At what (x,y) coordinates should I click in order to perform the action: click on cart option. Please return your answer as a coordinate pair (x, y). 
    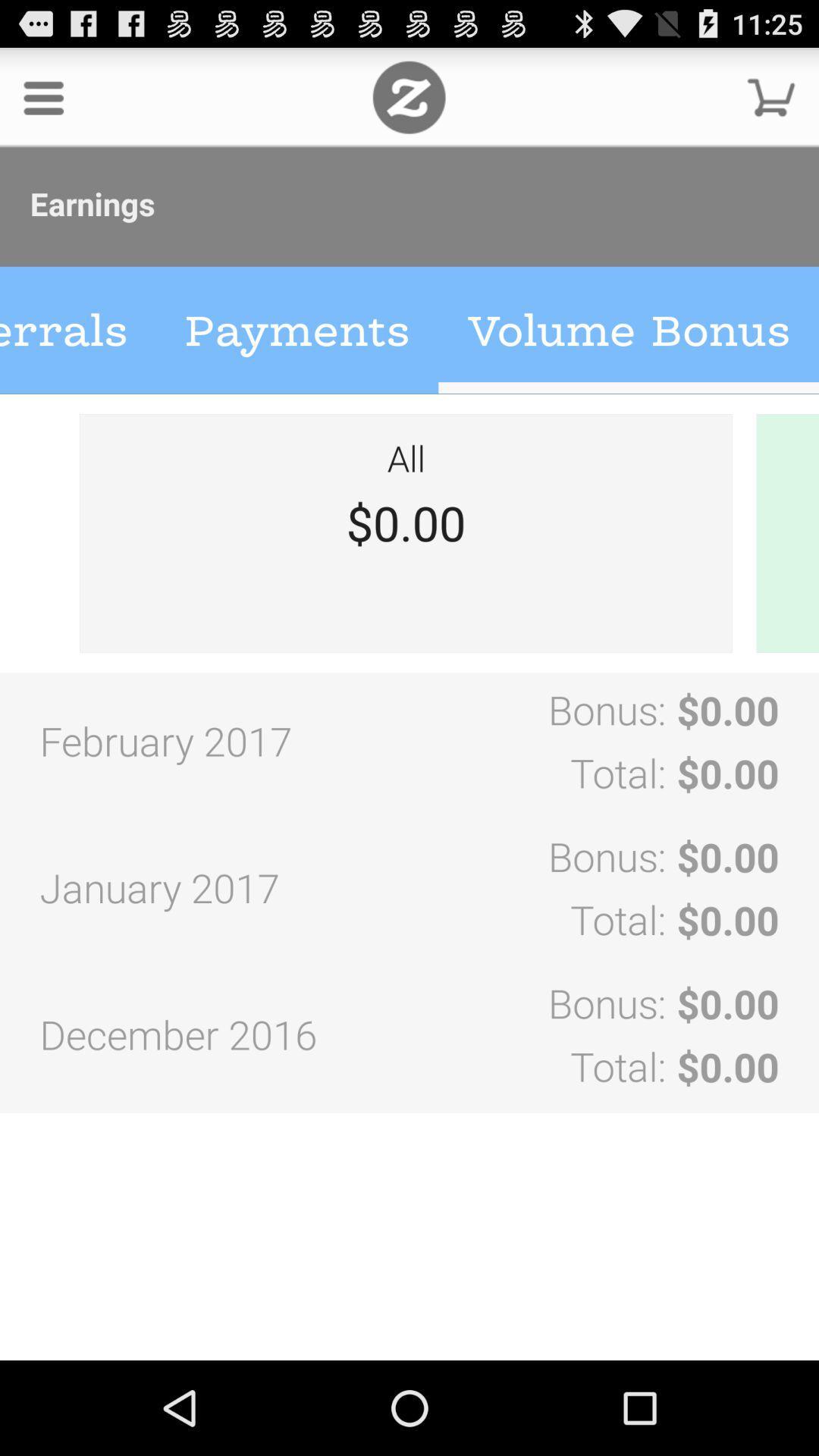
    Looking at the image, I should click on (771, 96).